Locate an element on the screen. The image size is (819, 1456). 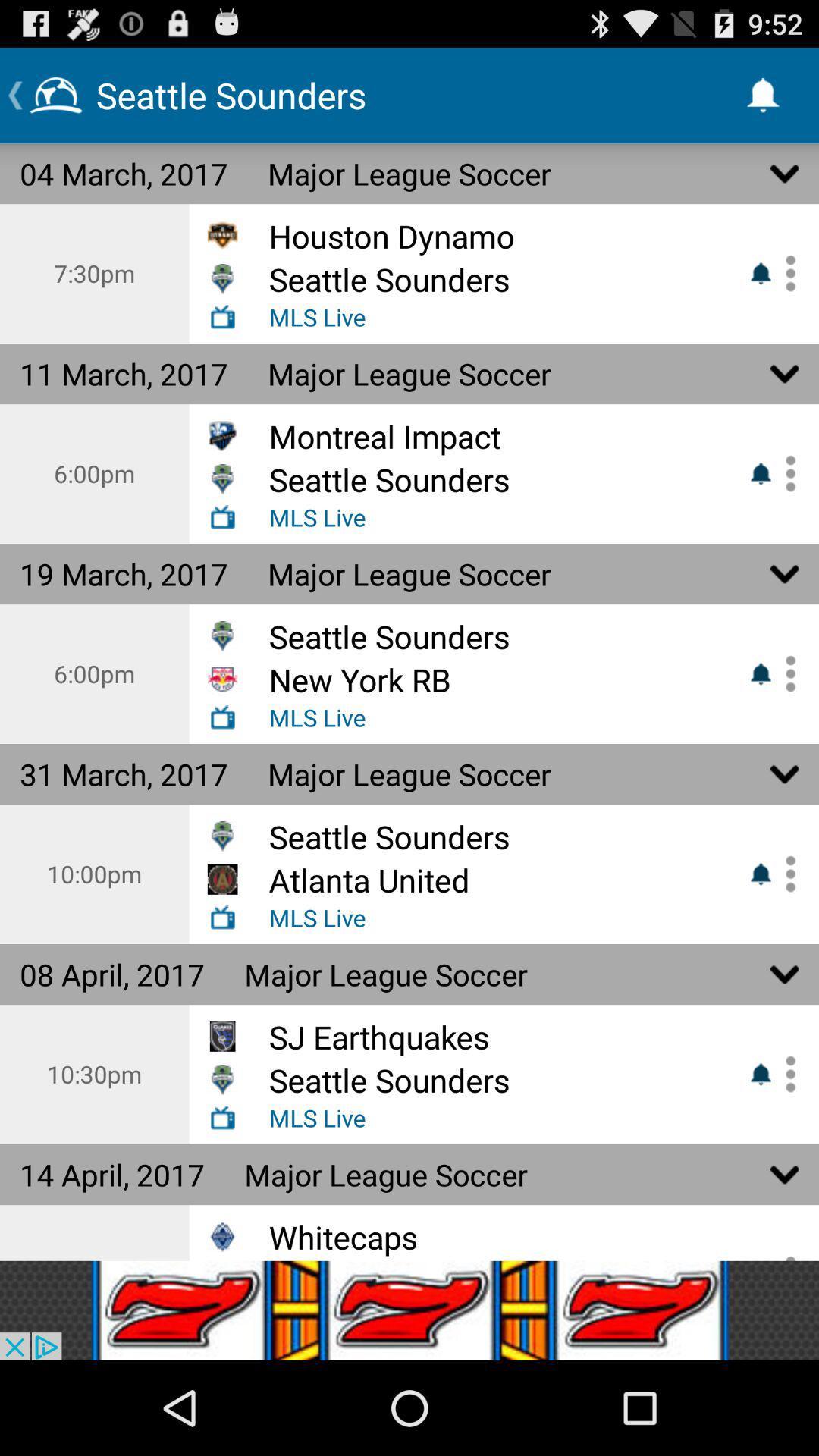
alert option is located at coordinates (785, 273).